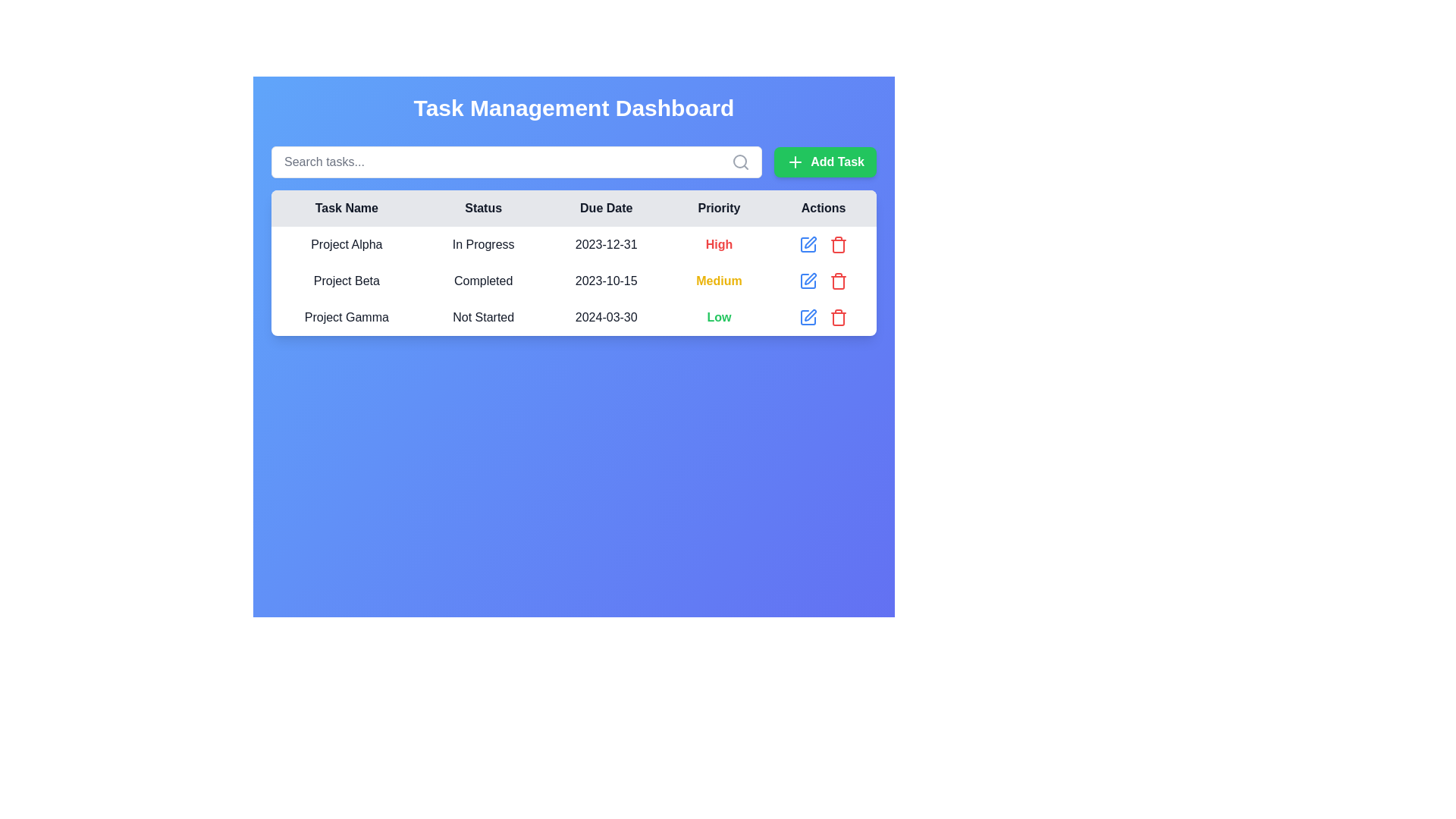 The image size is (1456, 819). I want to click on the plus icon located on the left side of the 'Add Task' button, so click(795, 162).